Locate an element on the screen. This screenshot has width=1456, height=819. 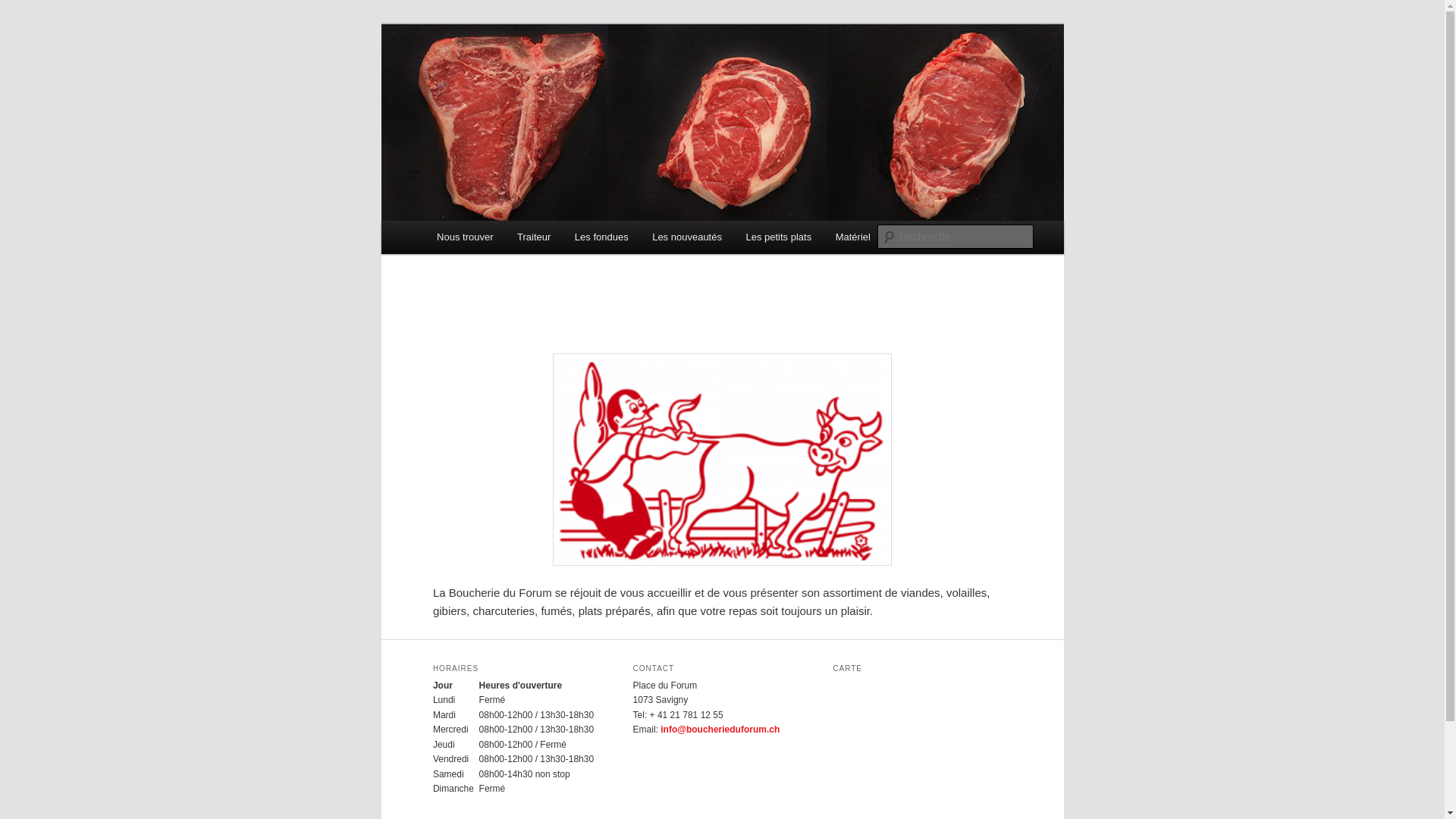
'Recherche' is located at coordinates (33, 8).